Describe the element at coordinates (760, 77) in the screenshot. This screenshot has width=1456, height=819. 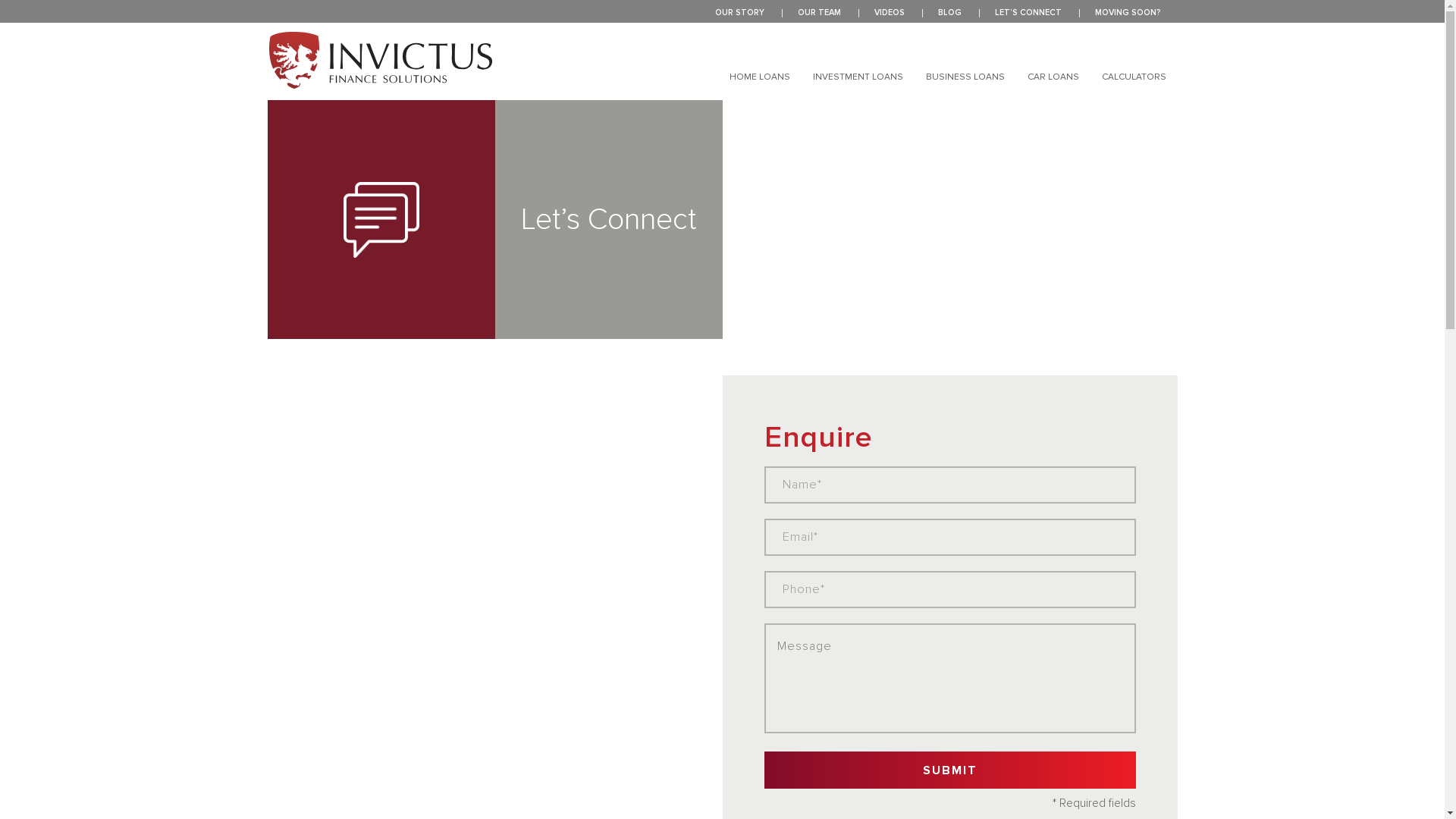
I see `'HOME LOANS'` at that location.